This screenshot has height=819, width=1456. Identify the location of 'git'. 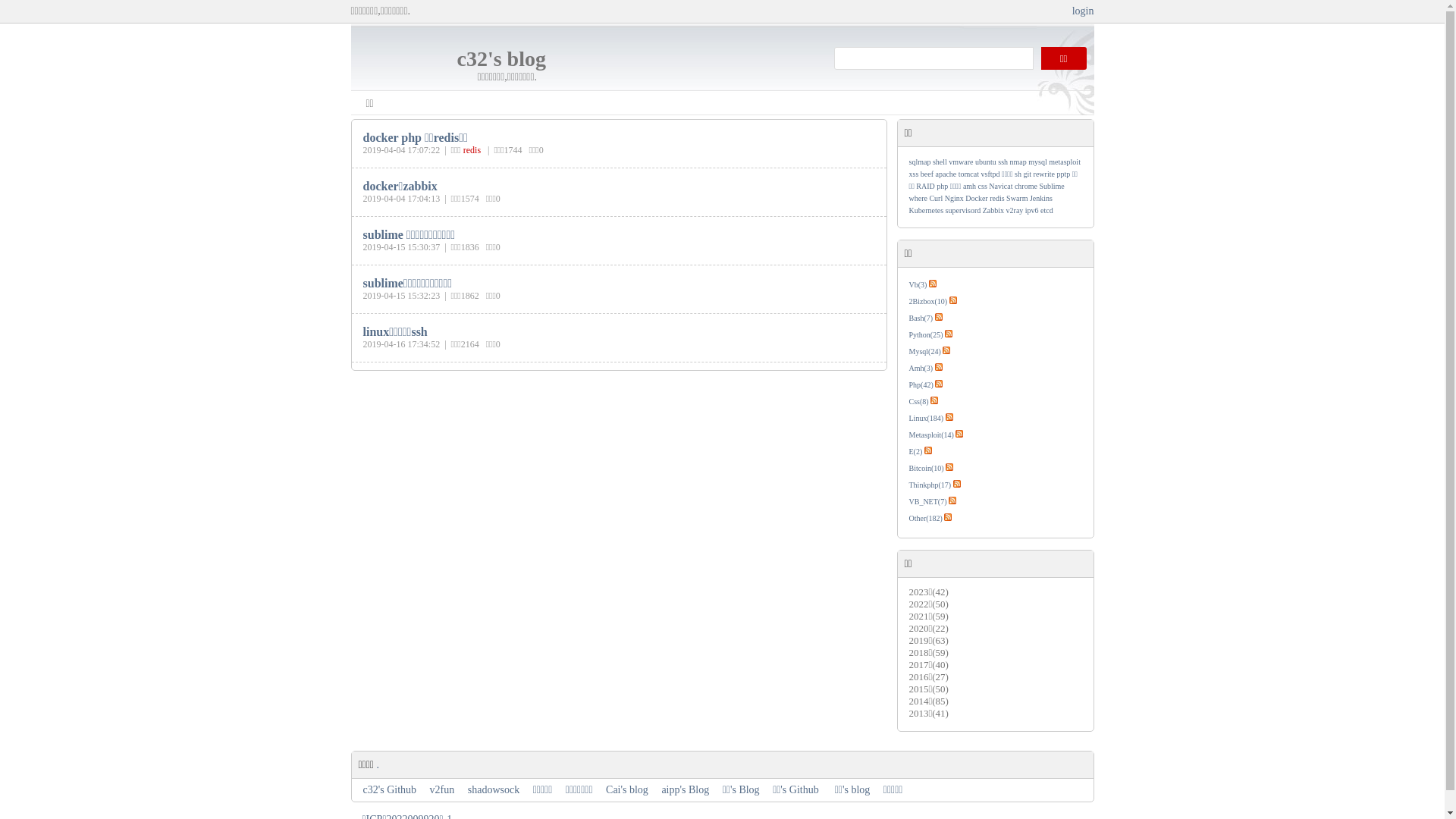
(1028, 173).